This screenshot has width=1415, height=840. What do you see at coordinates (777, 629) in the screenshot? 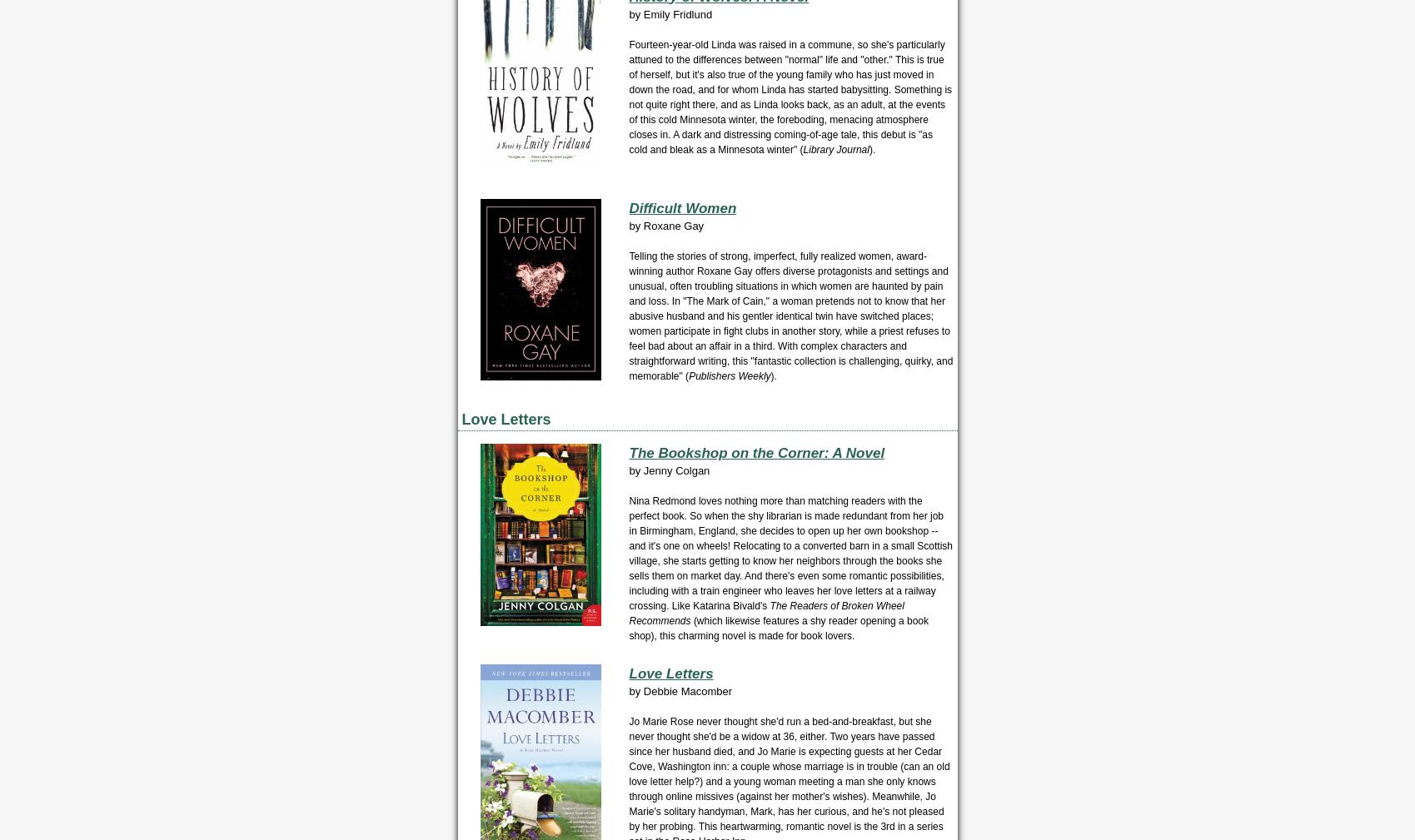
I see `'(which likewise features a shy reader opening a book shop)'` at bounding box center [777, 629].